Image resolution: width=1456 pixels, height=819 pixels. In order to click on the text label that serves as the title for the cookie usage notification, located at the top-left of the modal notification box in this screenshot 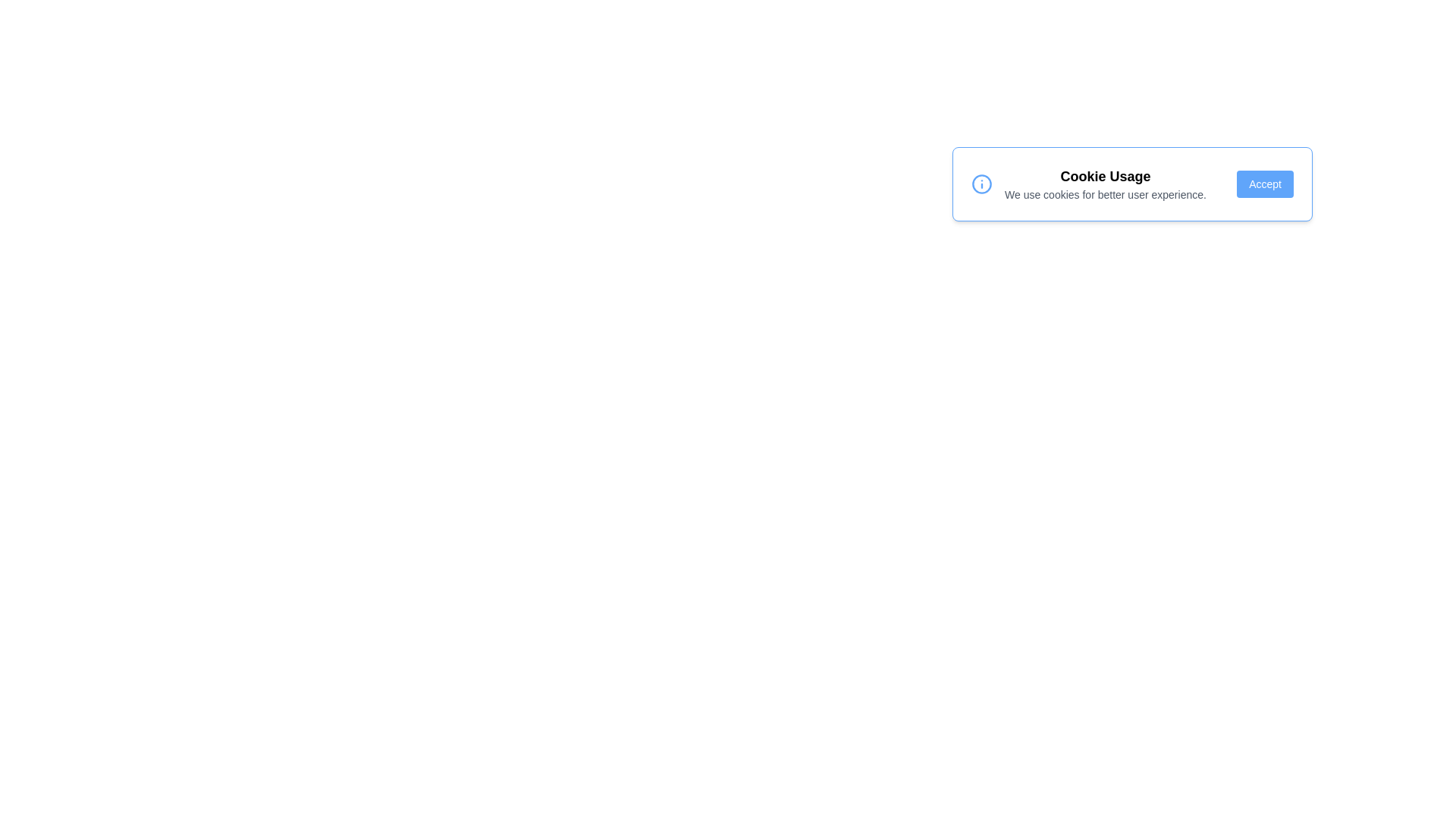, I will do `click(1105, 175)`.